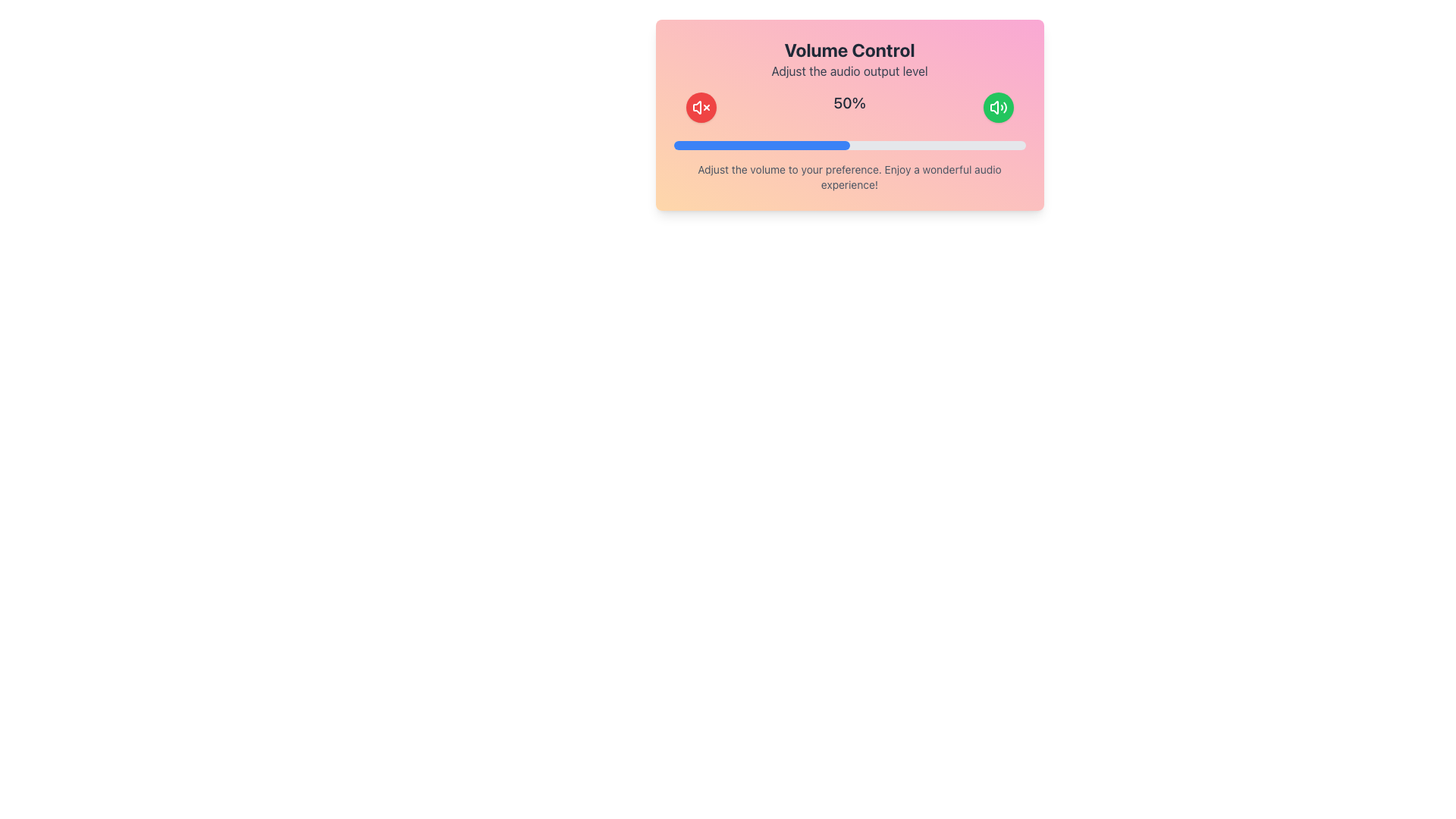 This screenshot has width=1456, height=819. What do you see at coordinates (849, 107) in the screenshot?
I see `the text element that displays the current volume setting, which is centrally located within the volume control section, aligned with the mute and increase volume buttons` at bounding box center [849, 107].